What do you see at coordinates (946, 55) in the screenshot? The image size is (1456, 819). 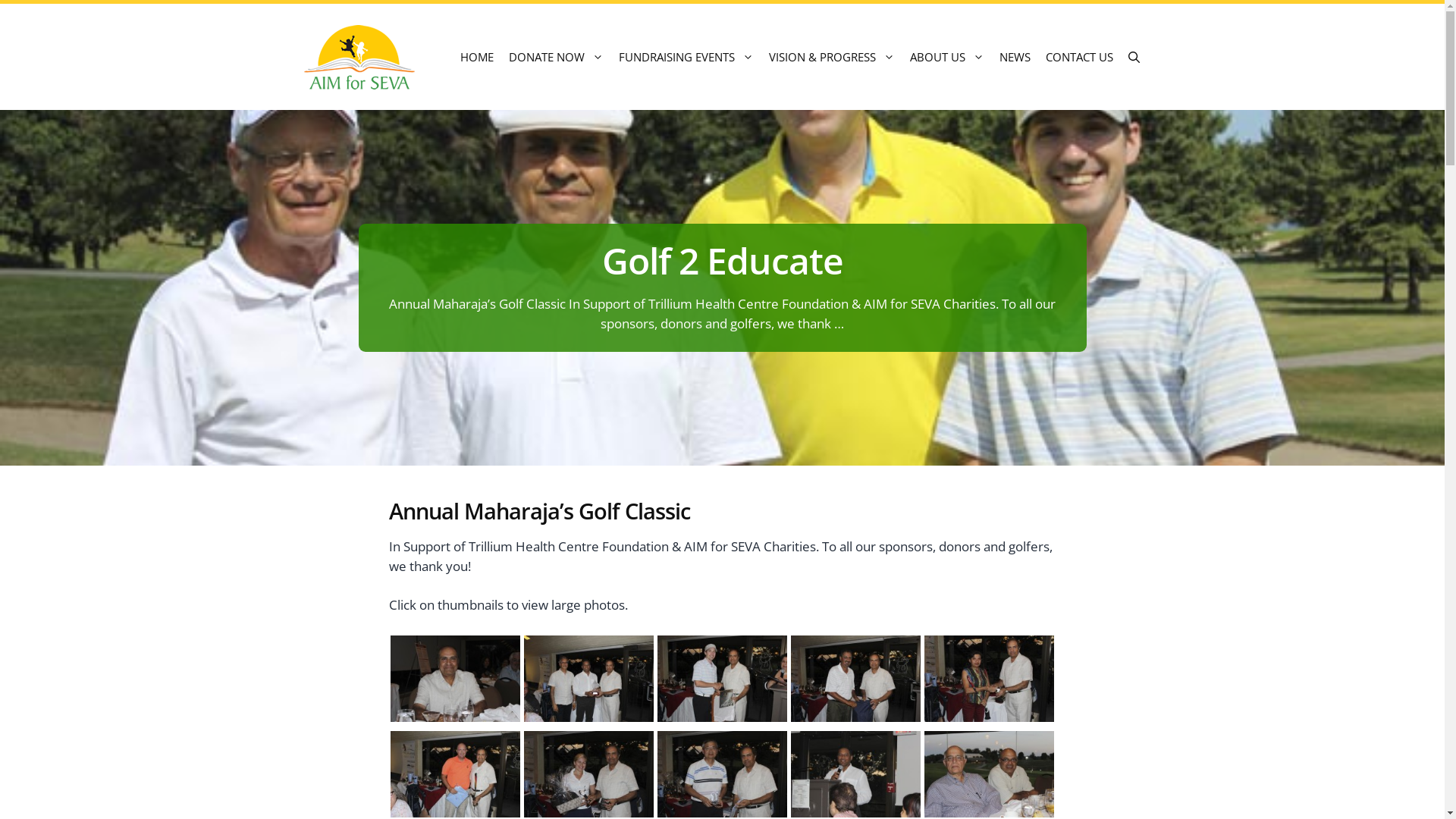 I see `'ABOUT US'` at bounding box center [946, 55].